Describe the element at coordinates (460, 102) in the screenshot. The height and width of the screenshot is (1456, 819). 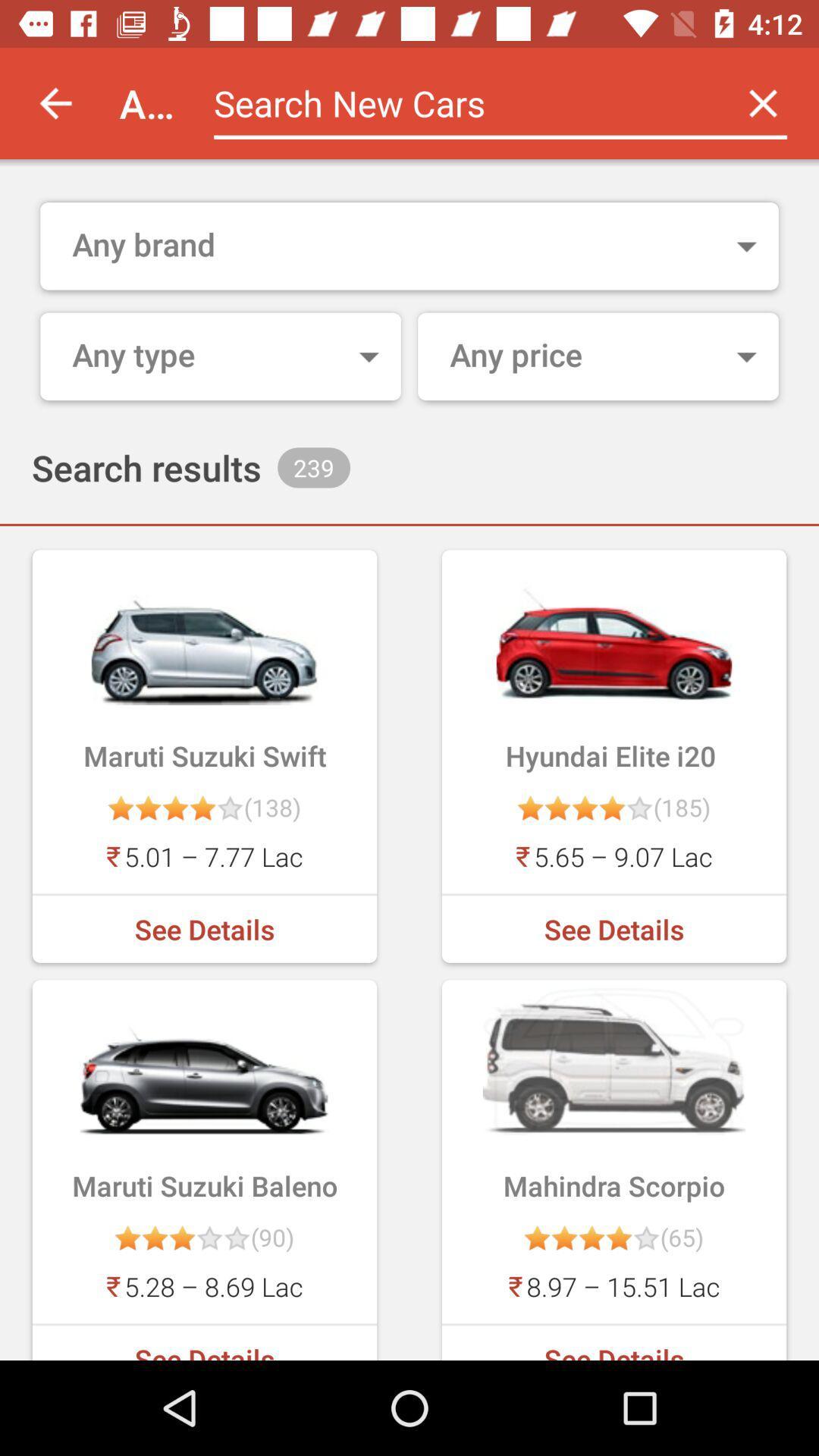
I see `car` at that location.